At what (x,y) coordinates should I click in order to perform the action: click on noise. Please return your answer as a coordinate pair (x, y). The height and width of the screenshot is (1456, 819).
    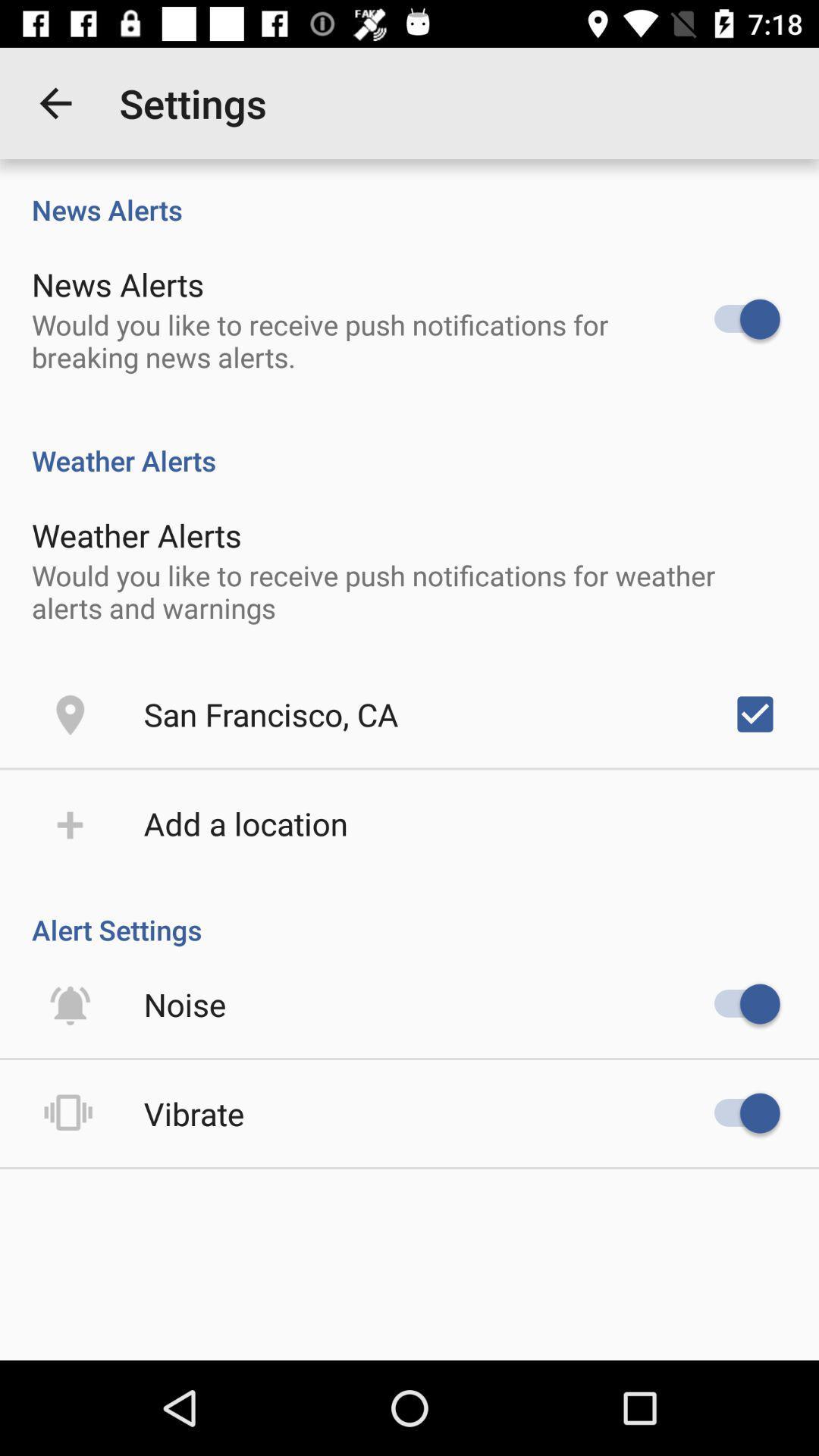
    Looking at the image, I should click on (184, 1004).